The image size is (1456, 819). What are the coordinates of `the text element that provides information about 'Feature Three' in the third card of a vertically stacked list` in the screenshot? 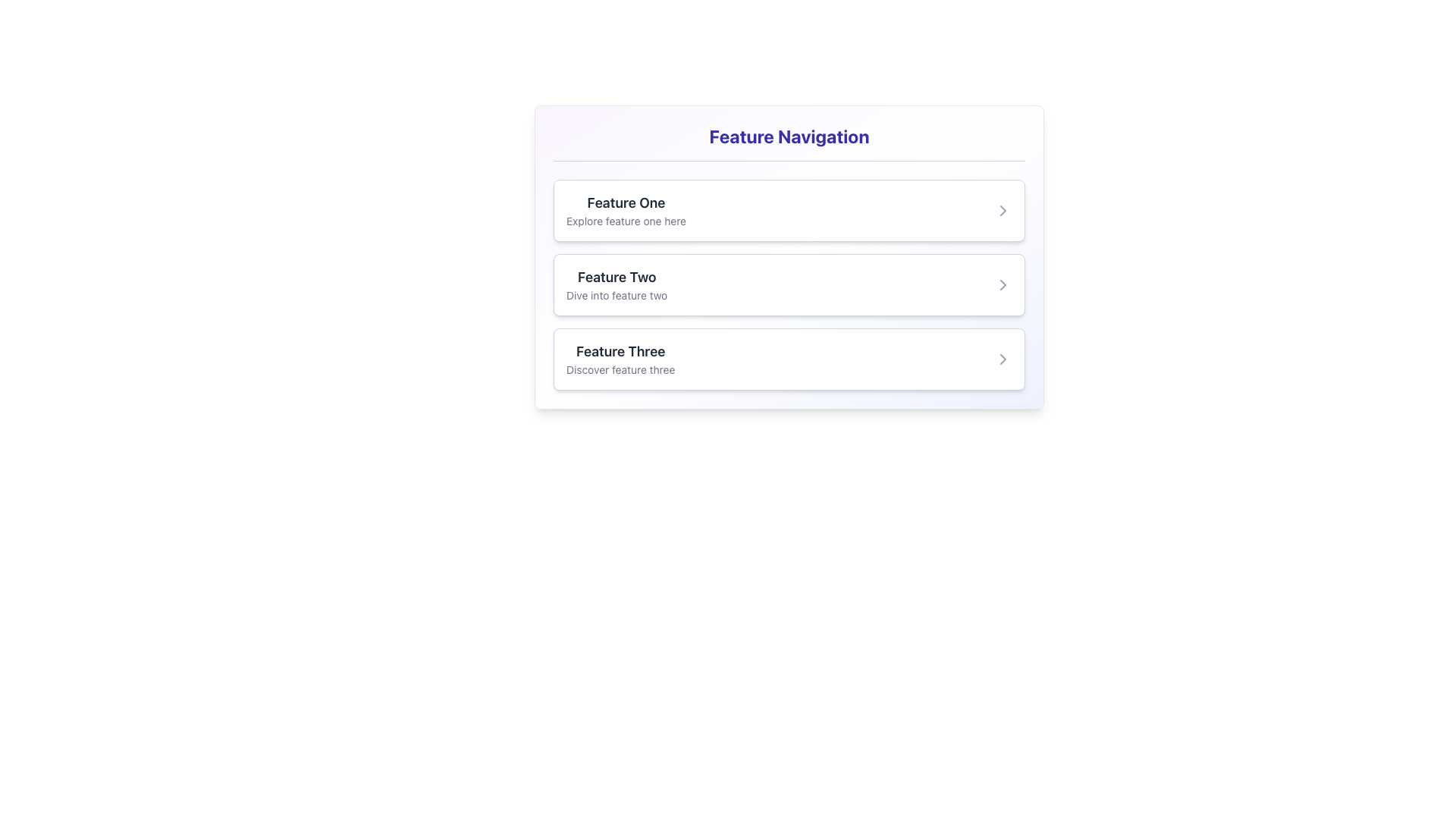 It's located at (620, 359).